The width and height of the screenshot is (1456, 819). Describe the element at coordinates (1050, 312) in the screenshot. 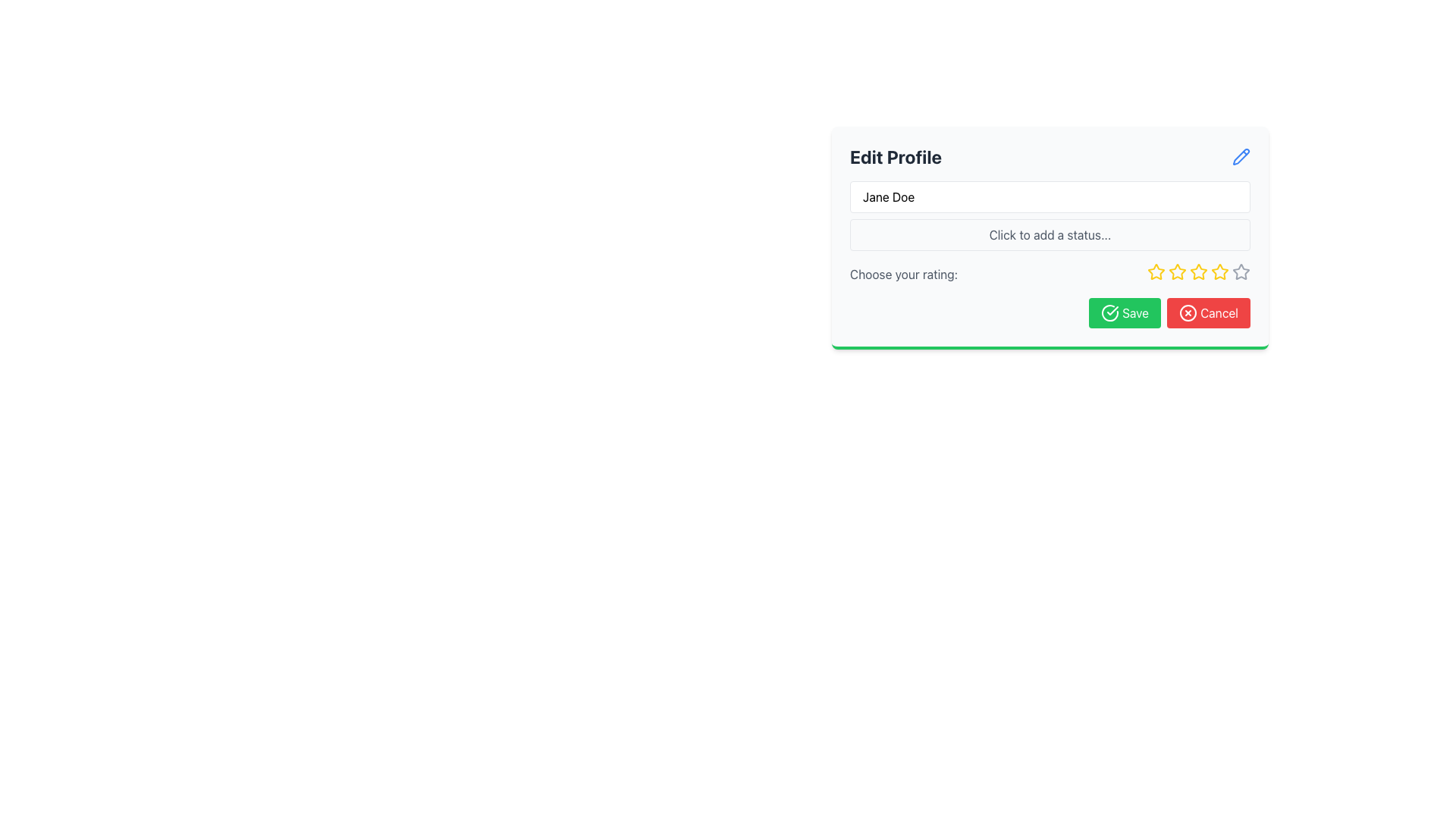

I see `the 'Save' or 'Cancel' button in the Button Group located at the bottom-right corner of the form` at that location.